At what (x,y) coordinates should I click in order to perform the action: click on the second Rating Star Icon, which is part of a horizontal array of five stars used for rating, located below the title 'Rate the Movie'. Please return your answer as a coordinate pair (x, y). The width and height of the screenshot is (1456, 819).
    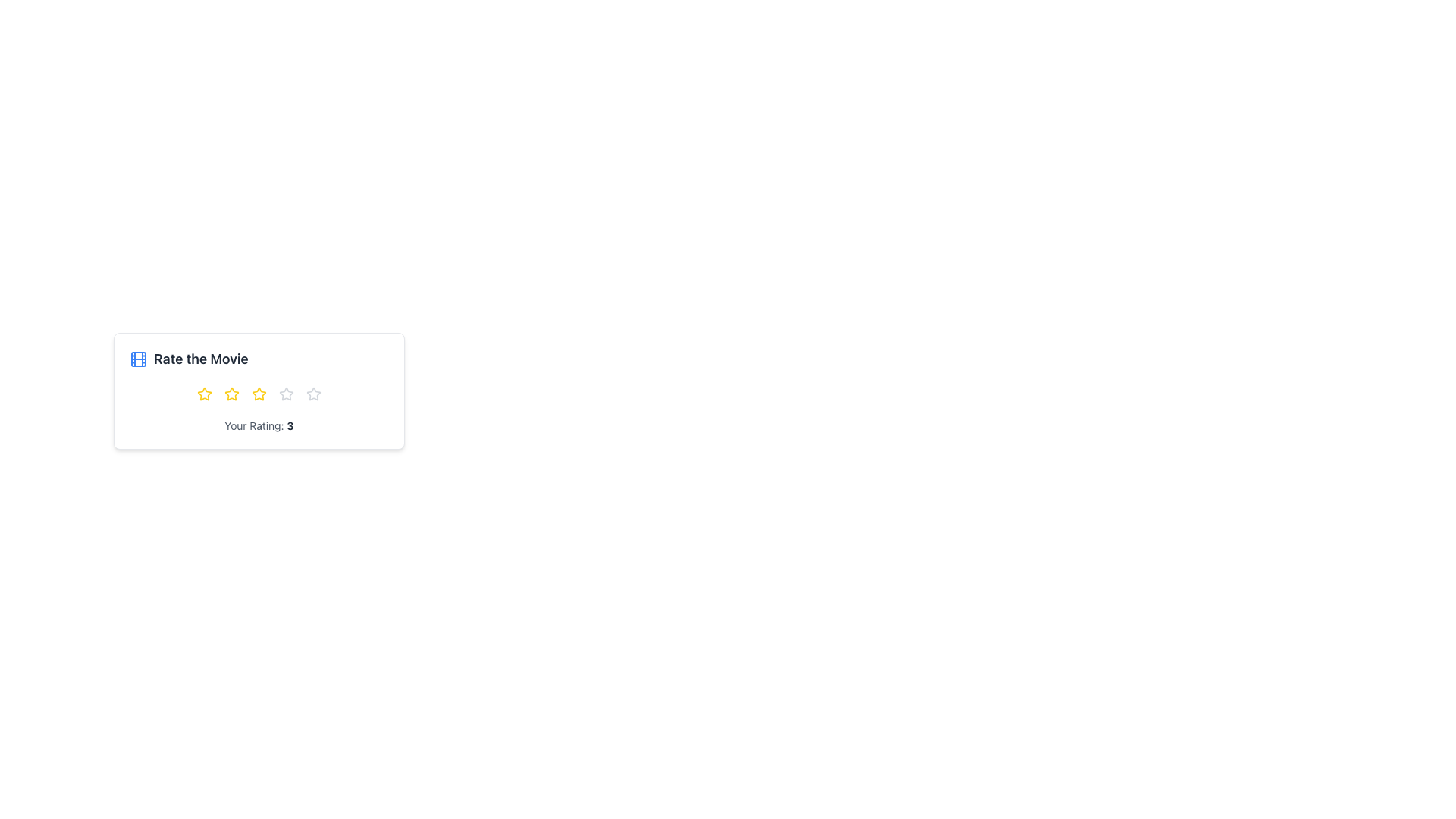
    Looking at the image, I should click on (203, 394).